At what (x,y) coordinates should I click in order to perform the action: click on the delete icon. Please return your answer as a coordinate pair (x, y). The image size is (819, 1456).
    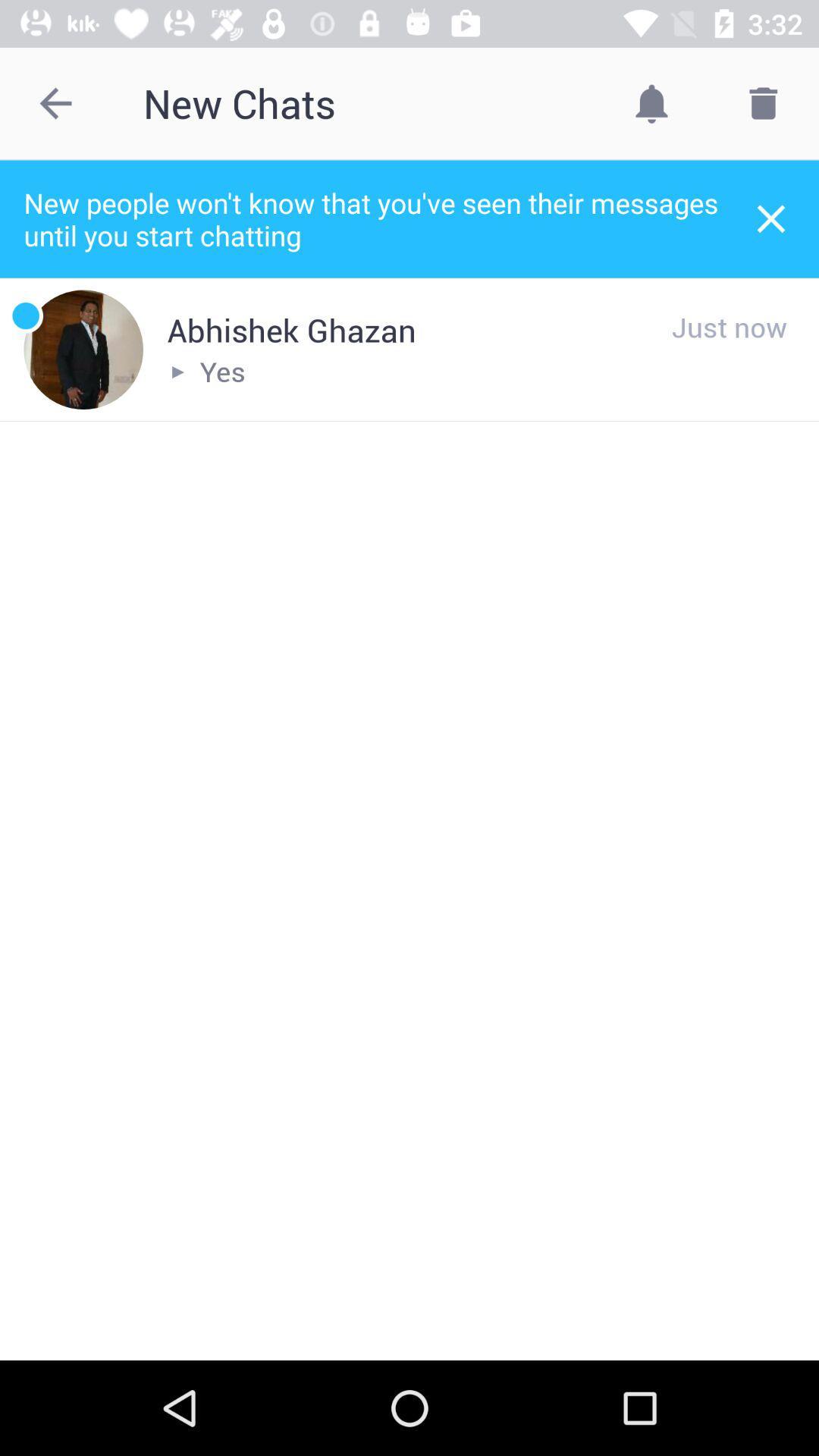
    Looking at the image, I should click on (763, 102).